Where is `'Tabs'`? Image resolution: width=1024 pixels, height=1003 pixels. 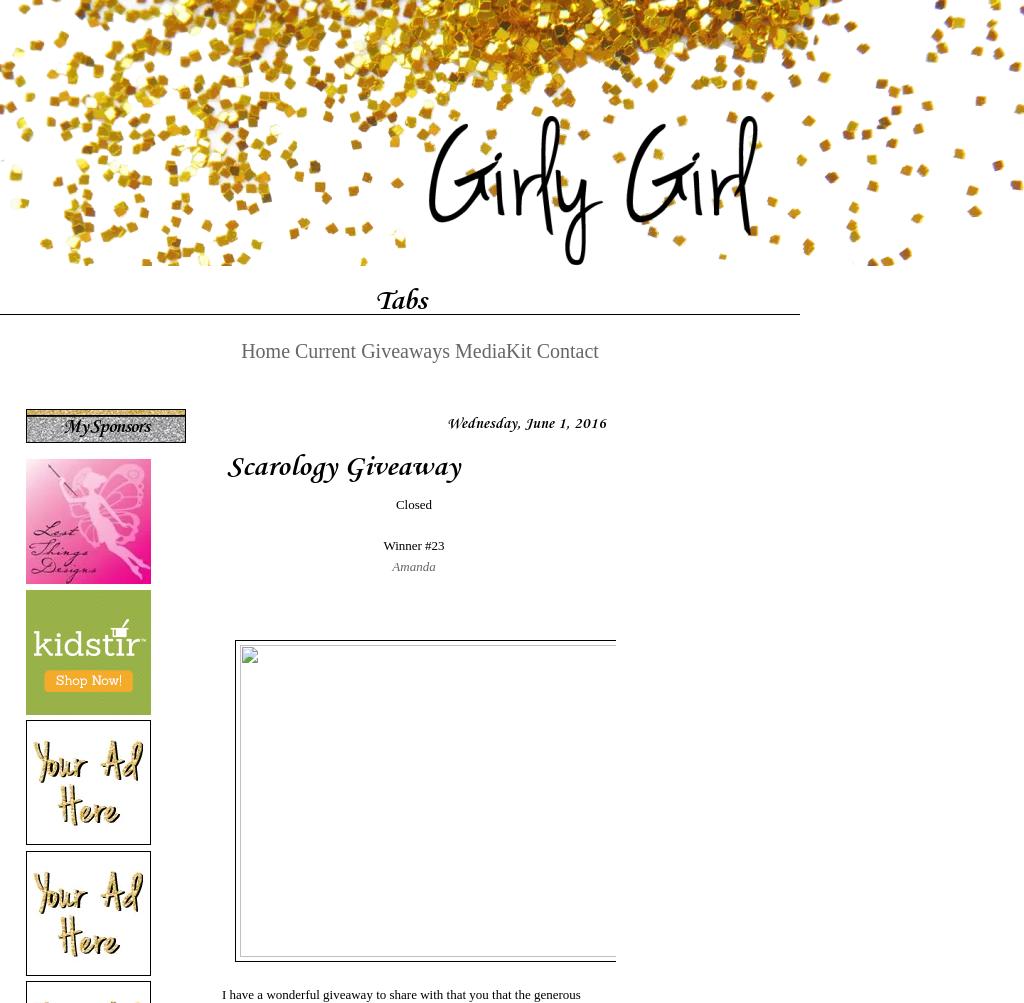
'Tabs' is located at coordinates (373, 298).